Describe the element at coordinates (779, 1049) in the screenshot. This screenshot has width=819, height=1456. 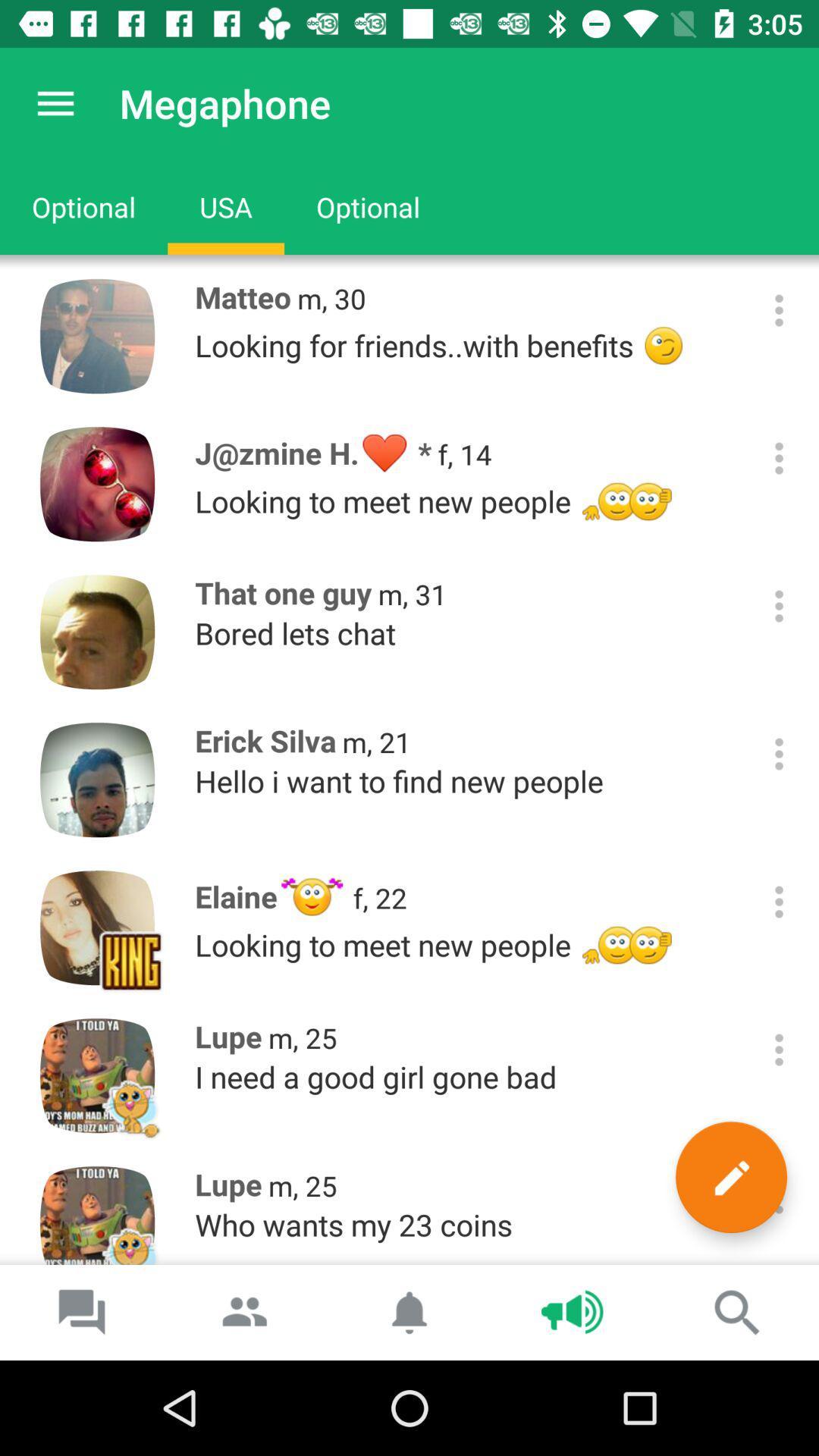
I see `options for lupe` at that location.